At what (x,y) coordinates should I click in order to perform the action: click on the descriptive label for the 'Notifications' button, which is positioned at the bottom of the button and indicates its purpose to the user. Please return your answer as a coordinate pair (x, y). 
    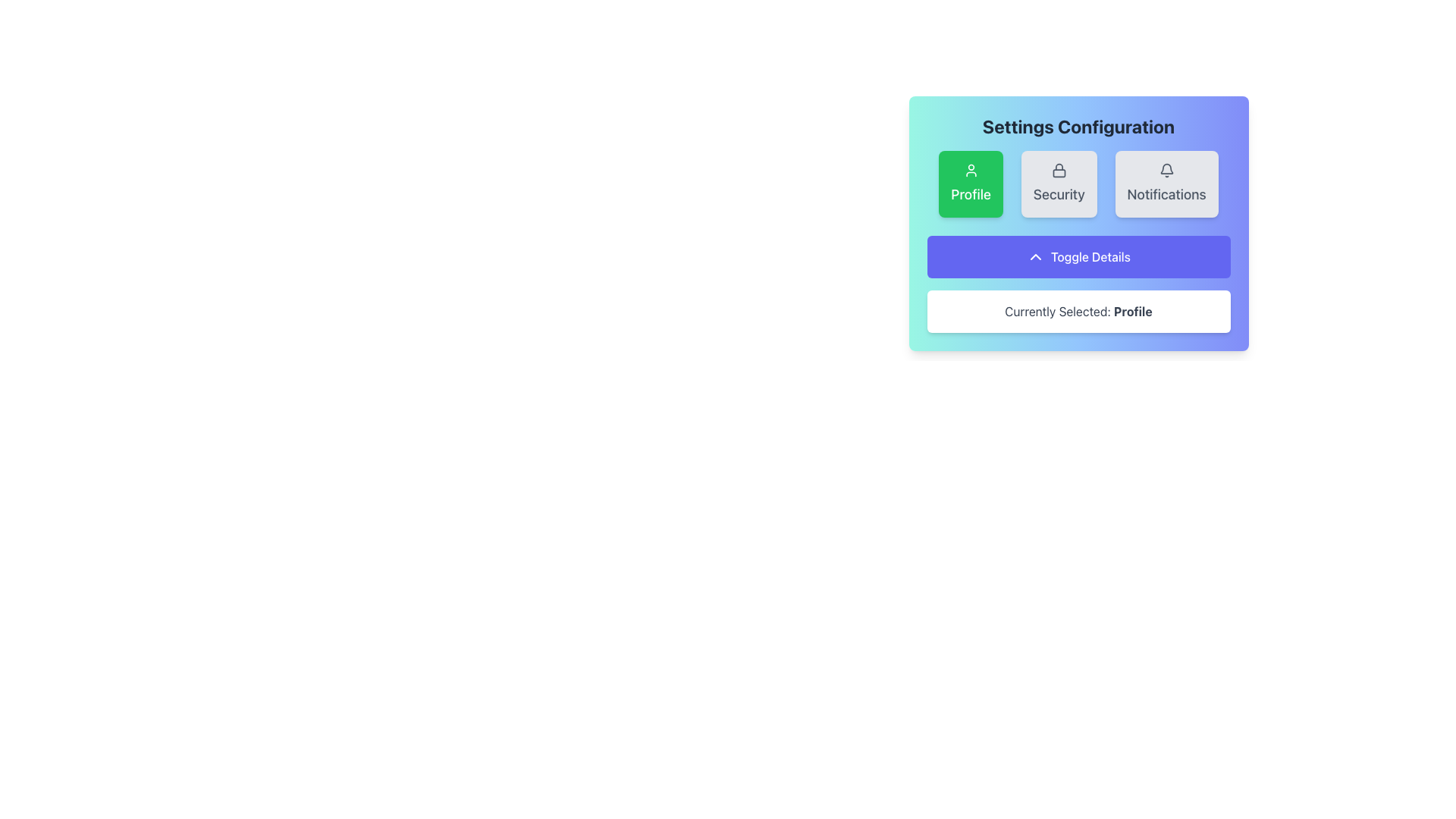
    Looking at the image, I should click on (1166, 194).